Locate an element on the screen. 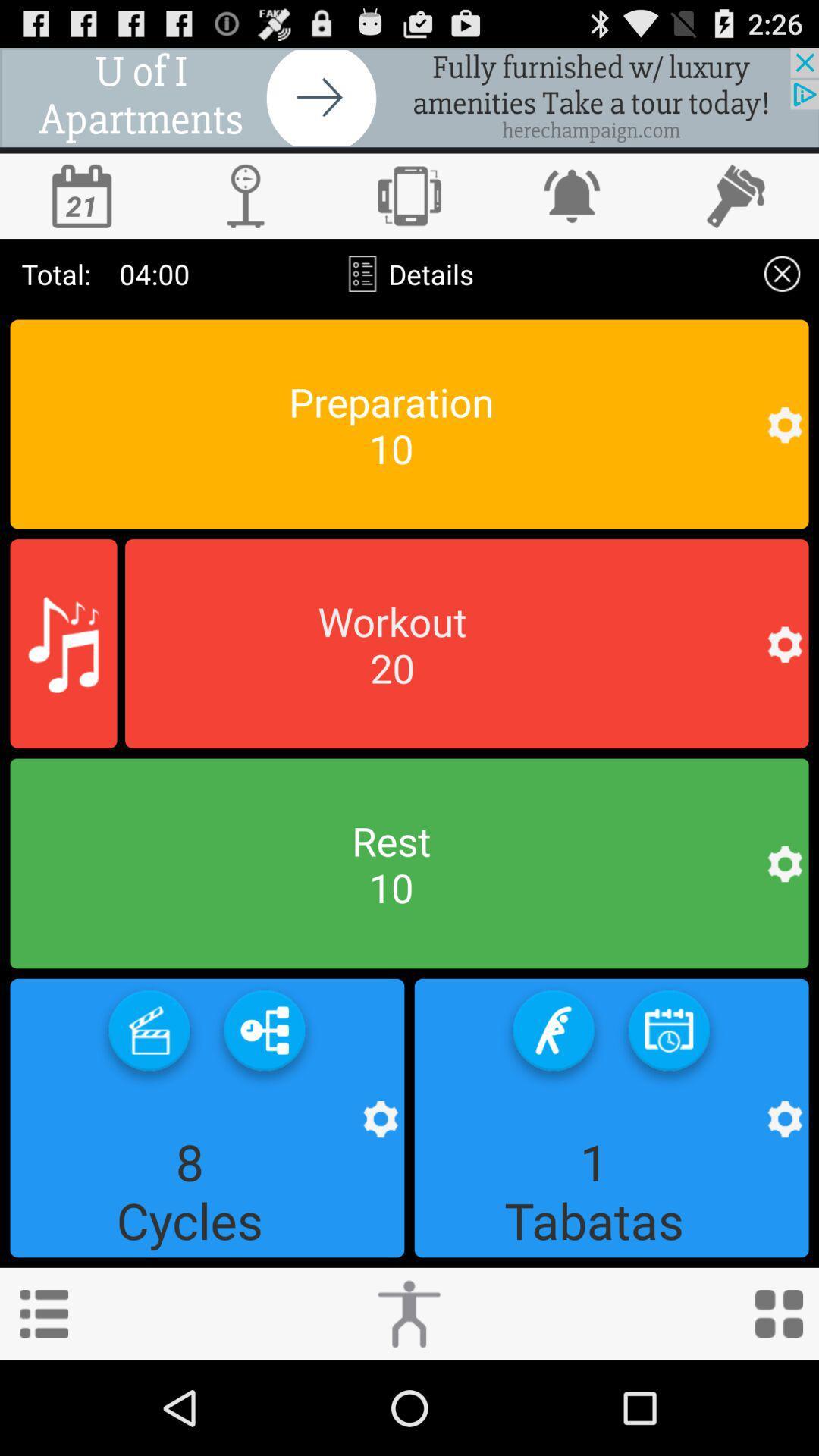 This screenshot has height=1456, width=819. the more information is located at coordinates (43, 1313).